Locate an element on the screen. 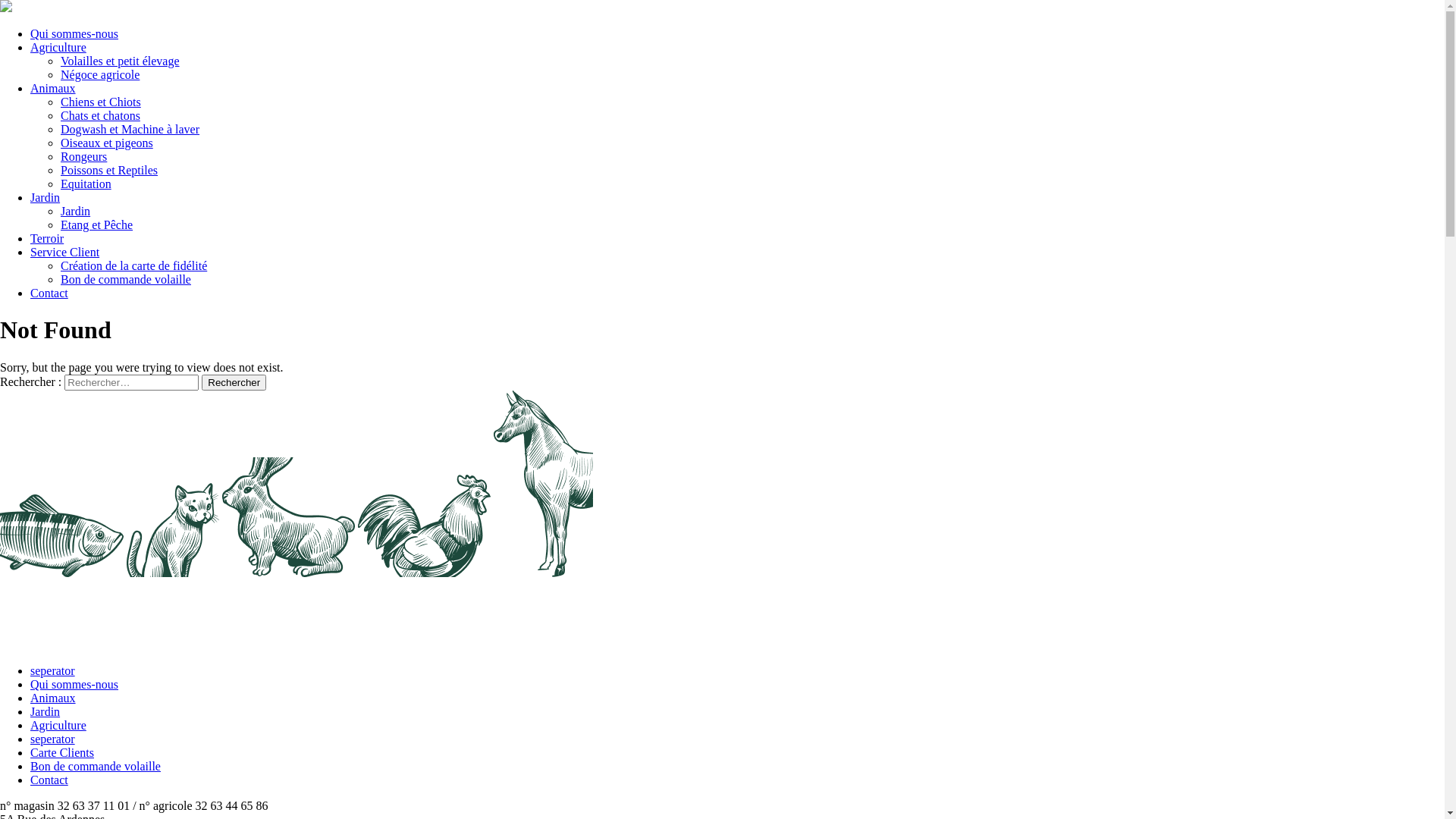 Image resolution: width=1456 pixels, height=819 pixels. 'Animaux' is located at coordinates (53, 88).